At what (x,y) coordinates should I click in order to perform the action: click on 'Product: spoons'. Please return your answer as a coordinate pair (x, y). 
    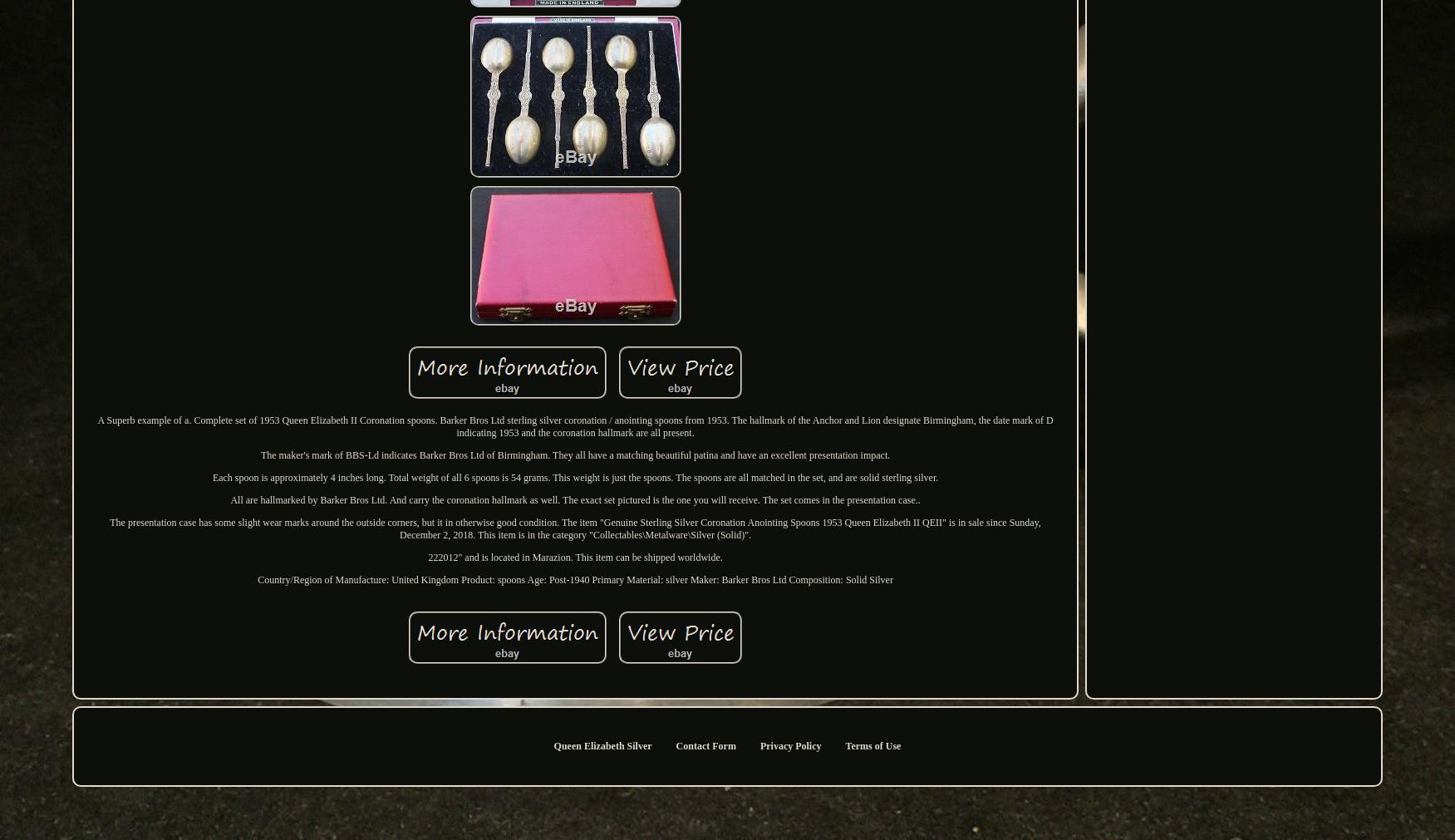
    Looking at the image, I should click on (493, 578).